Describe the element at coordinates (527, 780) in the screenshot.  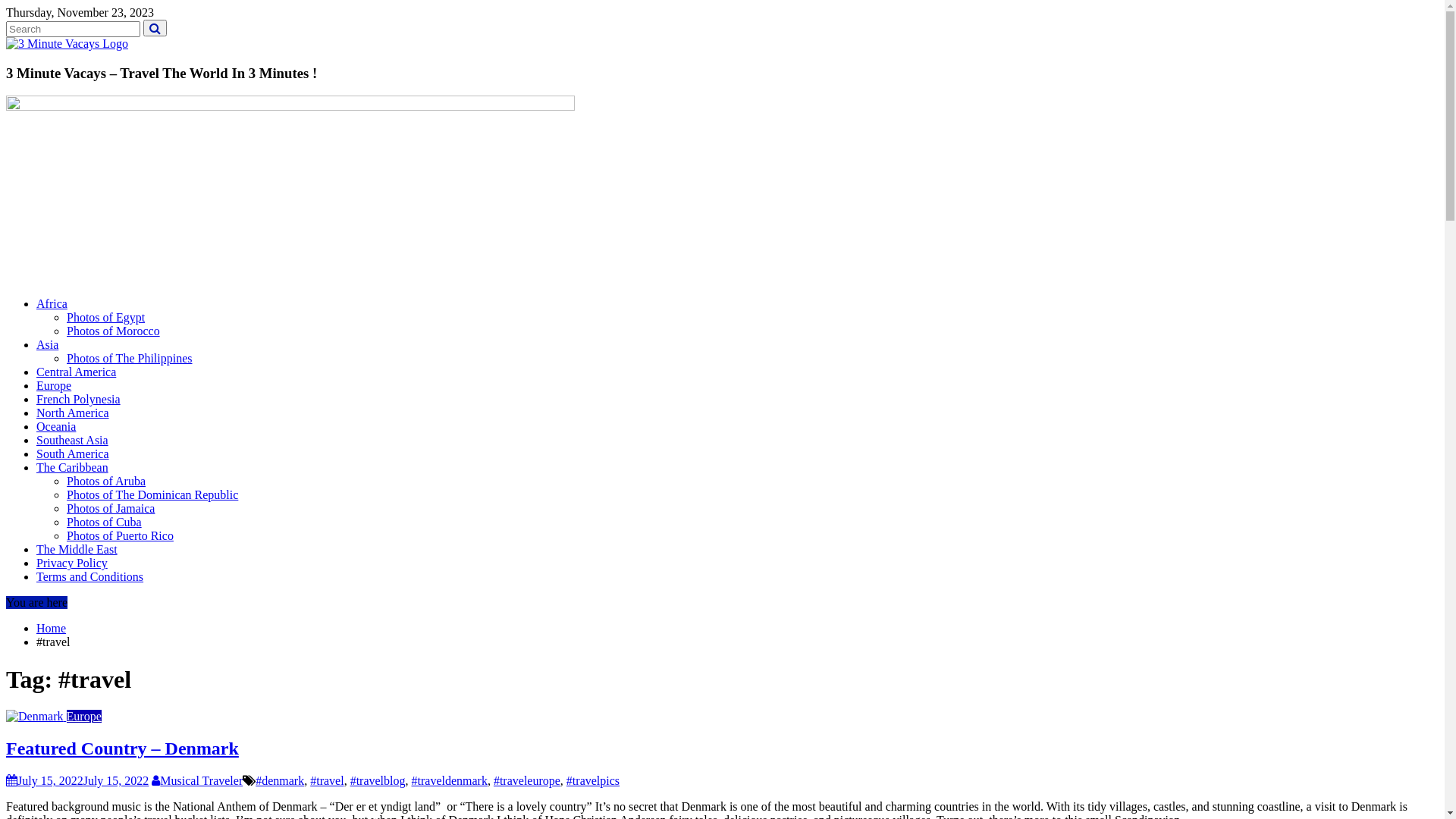
I see `'#traveleurope'` at that location.